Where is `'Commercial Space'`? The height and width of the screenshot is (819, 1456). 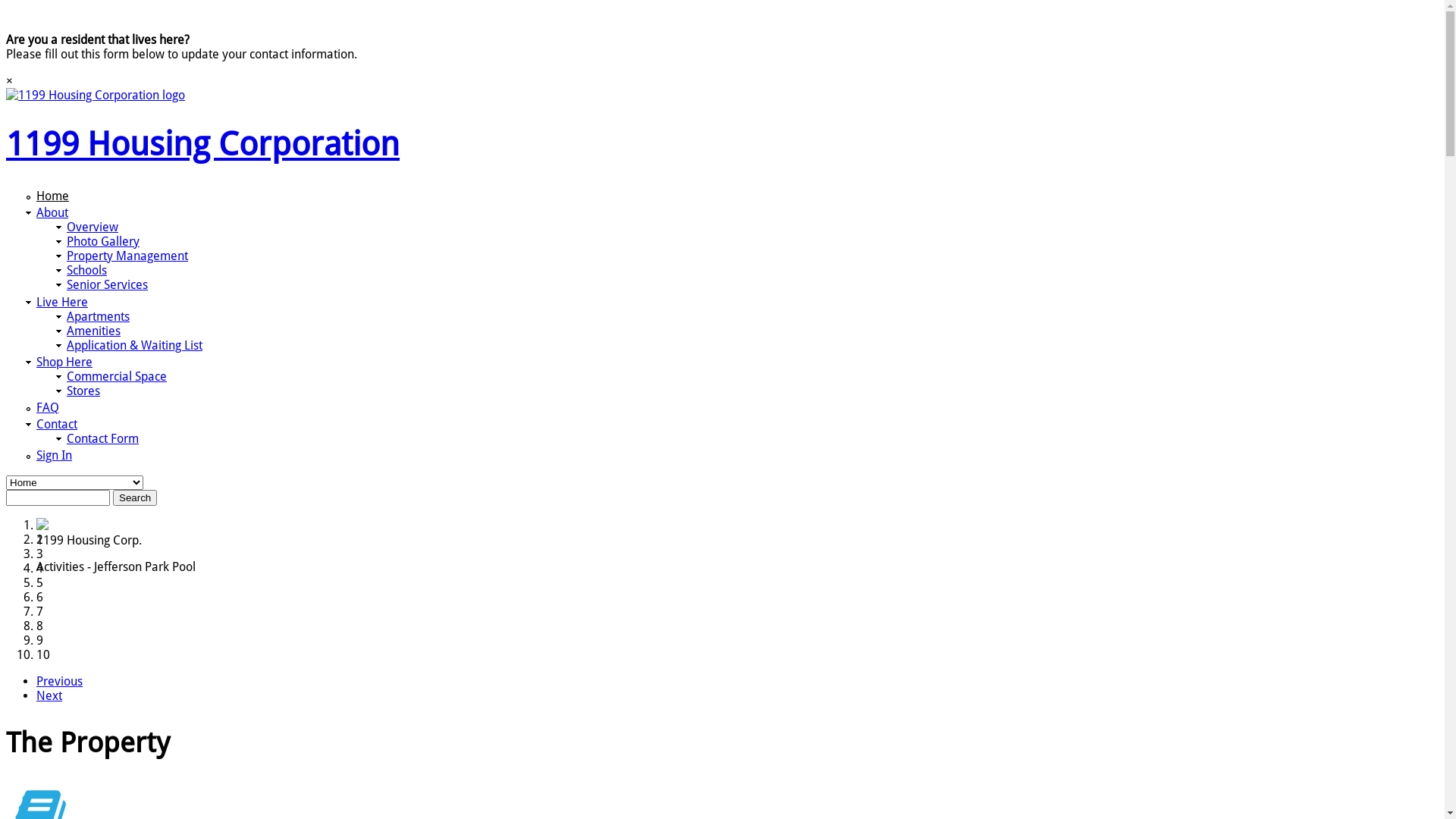
'Commercial Space' is located at coordinates (115, 375).